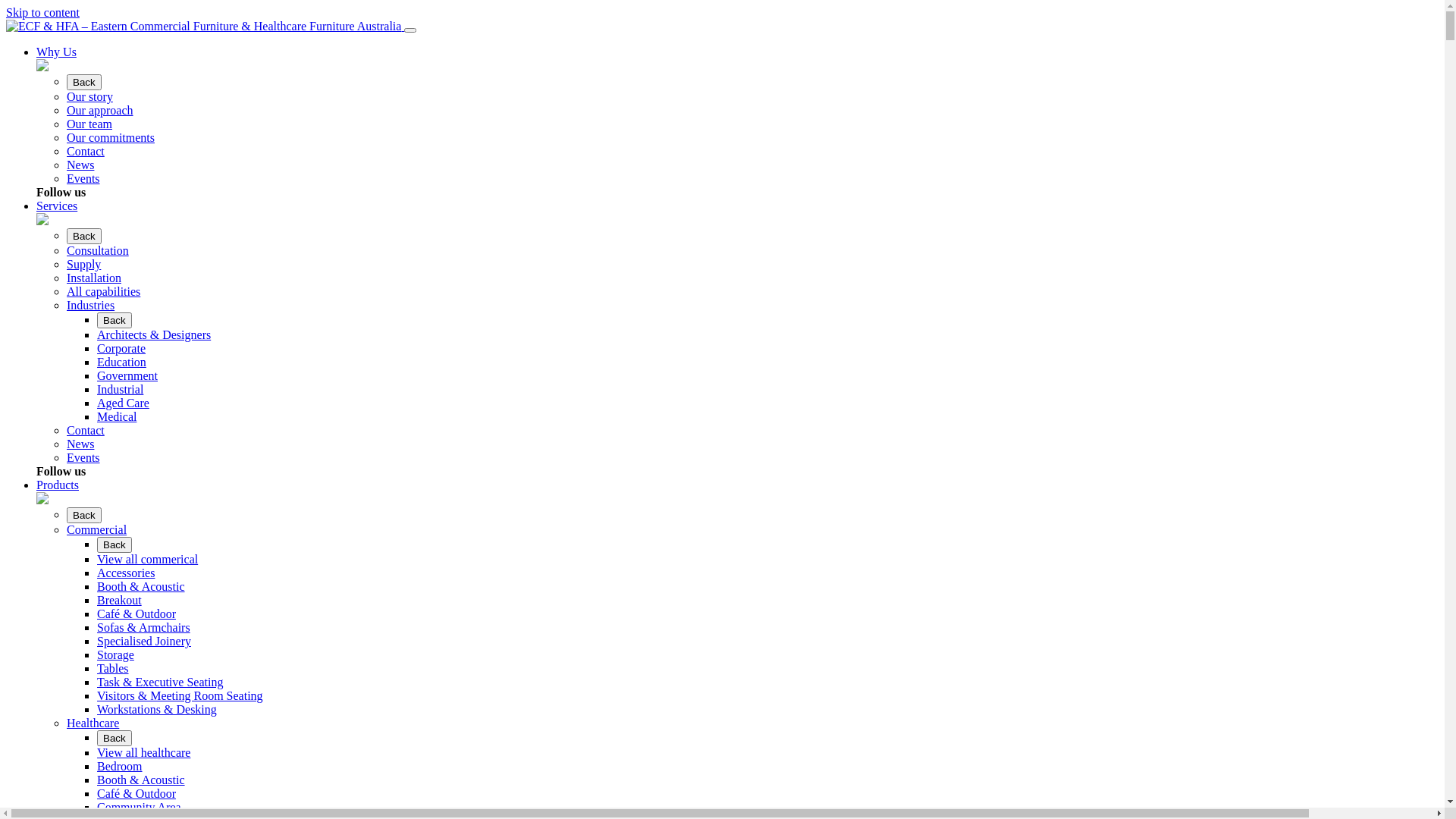 This screenshot has width=1456, height=819. Describe the element at coordinates (96, 375) in the screenshot. I see `'Government'` at that location.